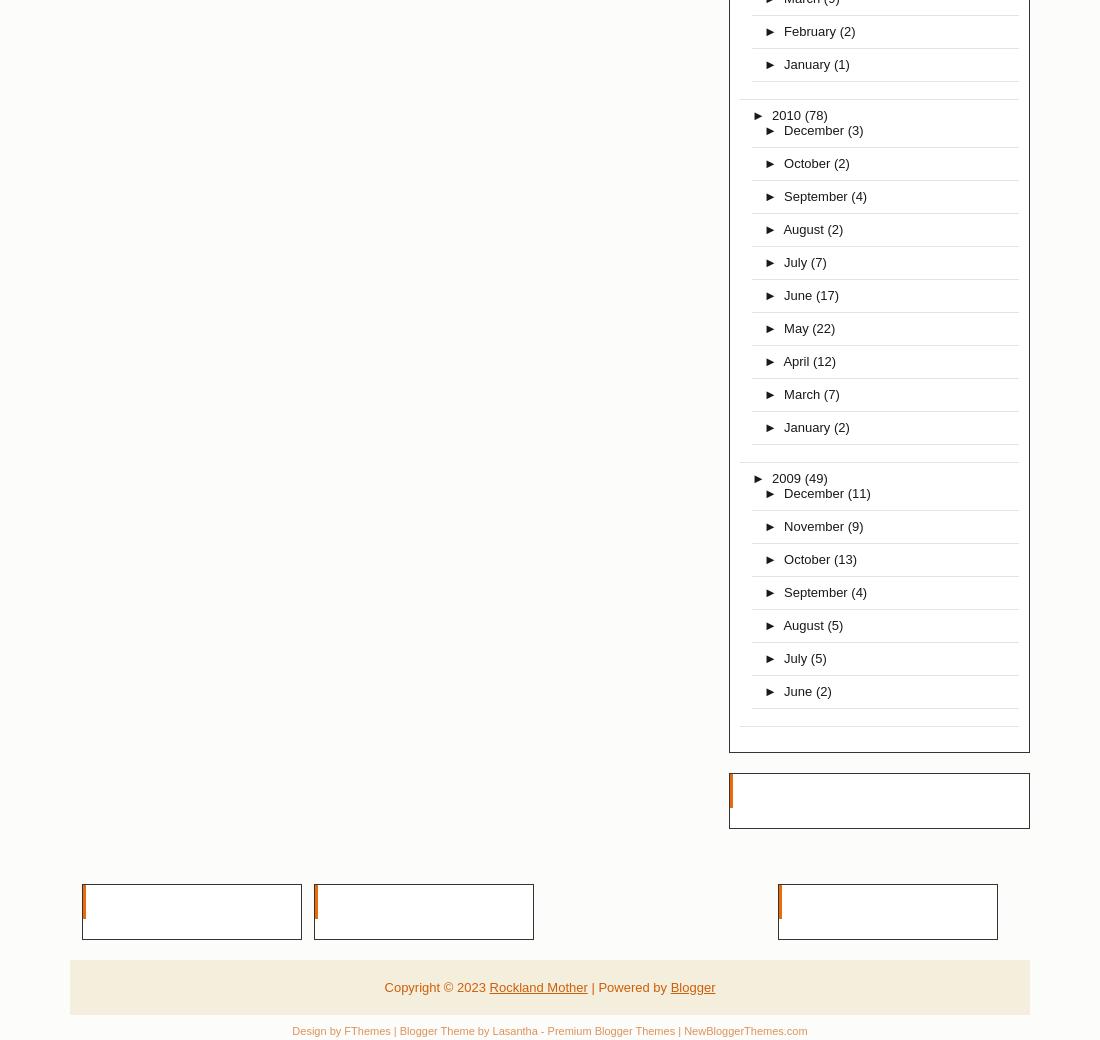  What do you see at coordinates (783, 327) in the screenshot?
I see `'May'` at bounding box center [783, 327].